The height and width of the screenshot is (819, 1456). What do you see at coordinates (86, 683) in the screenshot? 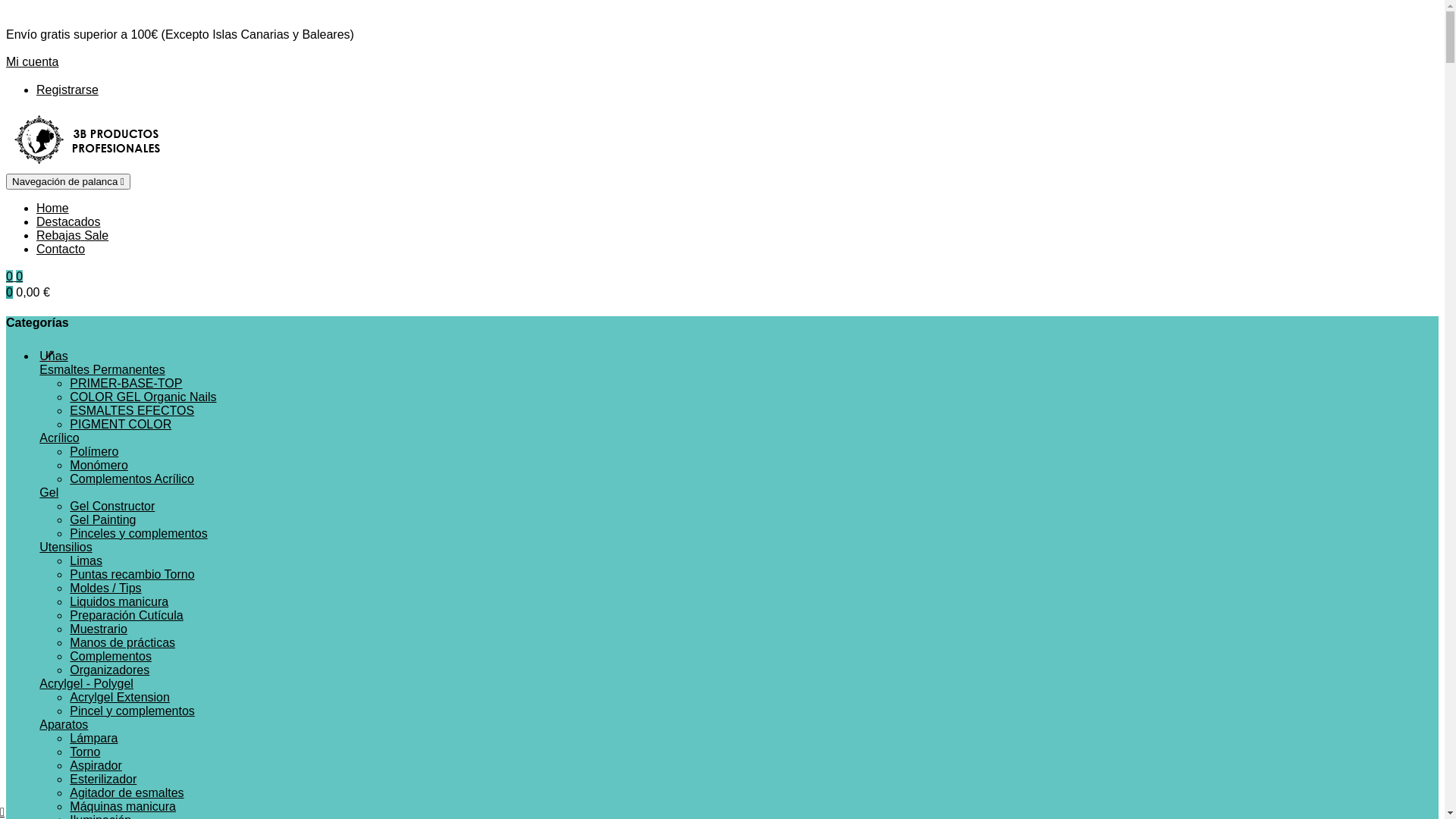
I see `'Acrylgel - Polygel'` at bounding box center [86, 683].